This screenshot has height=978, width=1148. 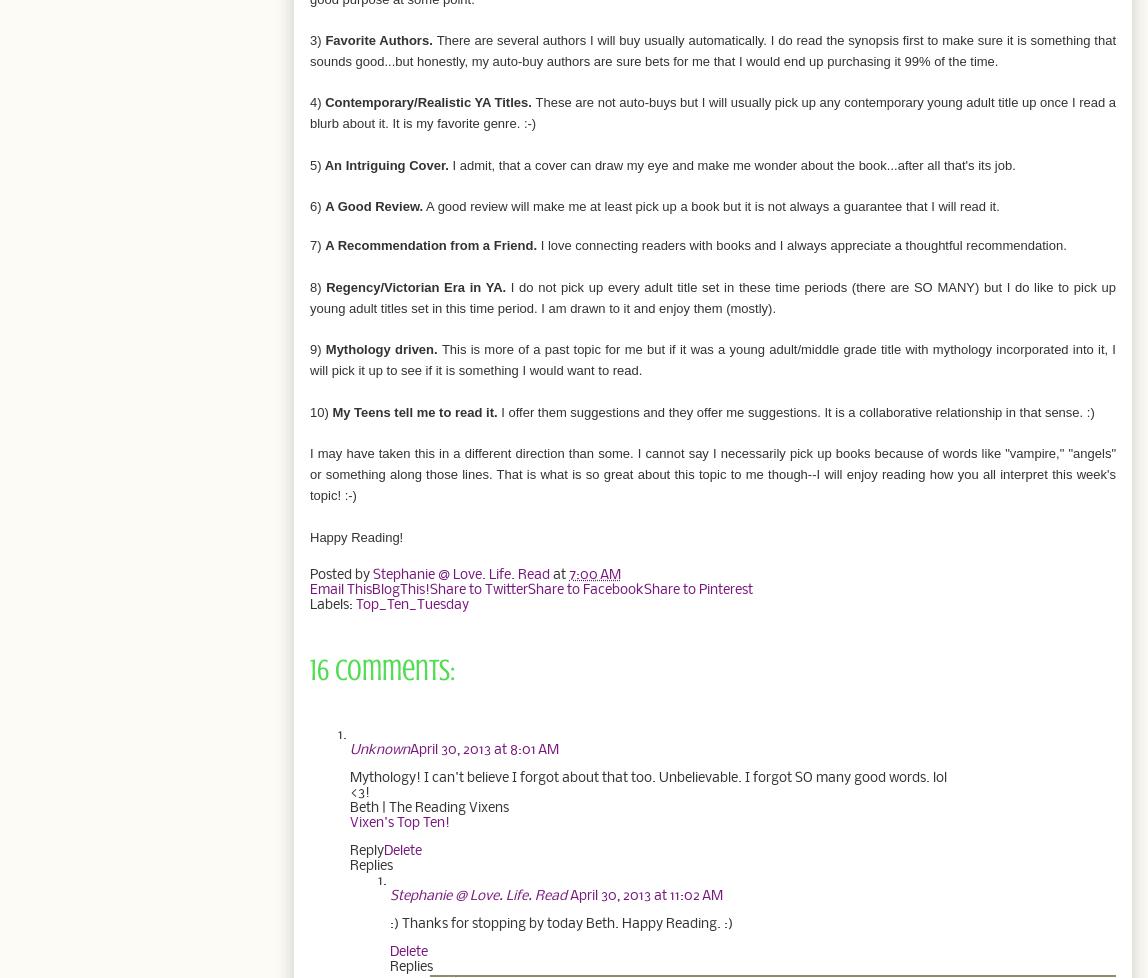 I want to click on 'A Good Review.', so click(x=374, y=206).